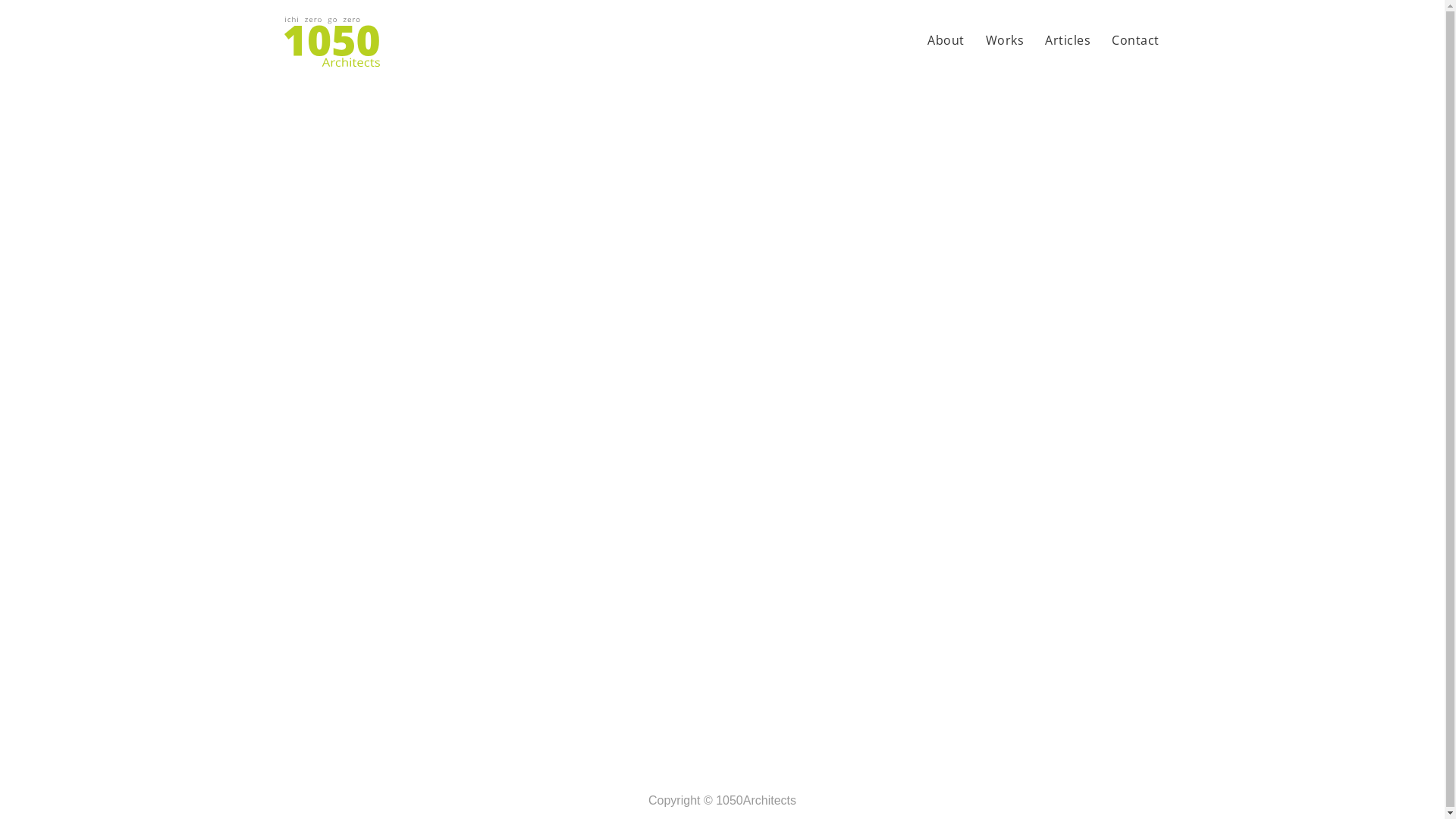  What do you see at coordinates (1040, 41) in the screenshot?
I see `'Articles'` at bounding box center [1040, 41].